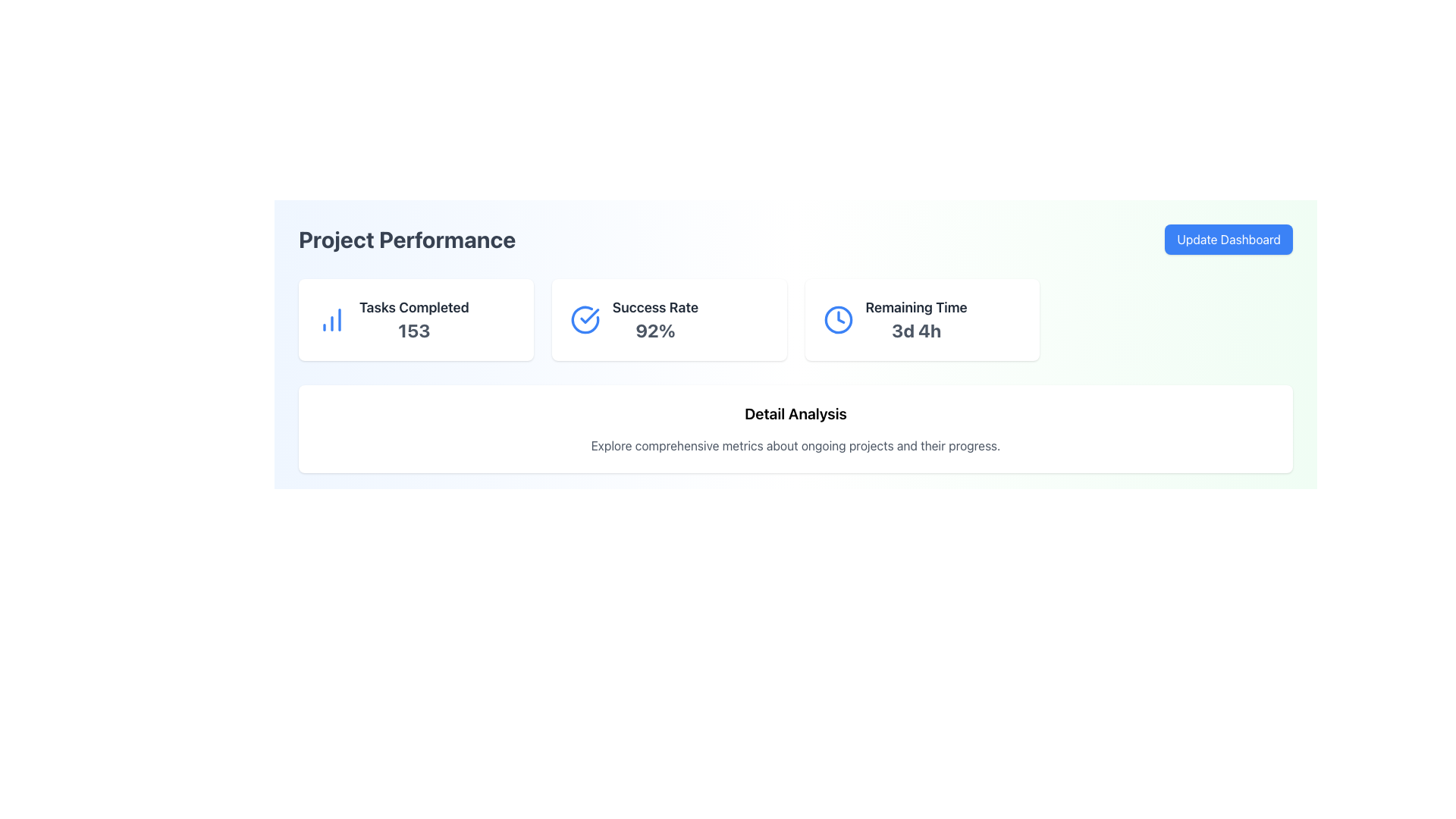 This screenshot has width=1456, height=819. I want to click on the bold, gray percentage label '92%' within the 'Success Rate' section of the 'Project Performance' dashboard, so click(655, 329).